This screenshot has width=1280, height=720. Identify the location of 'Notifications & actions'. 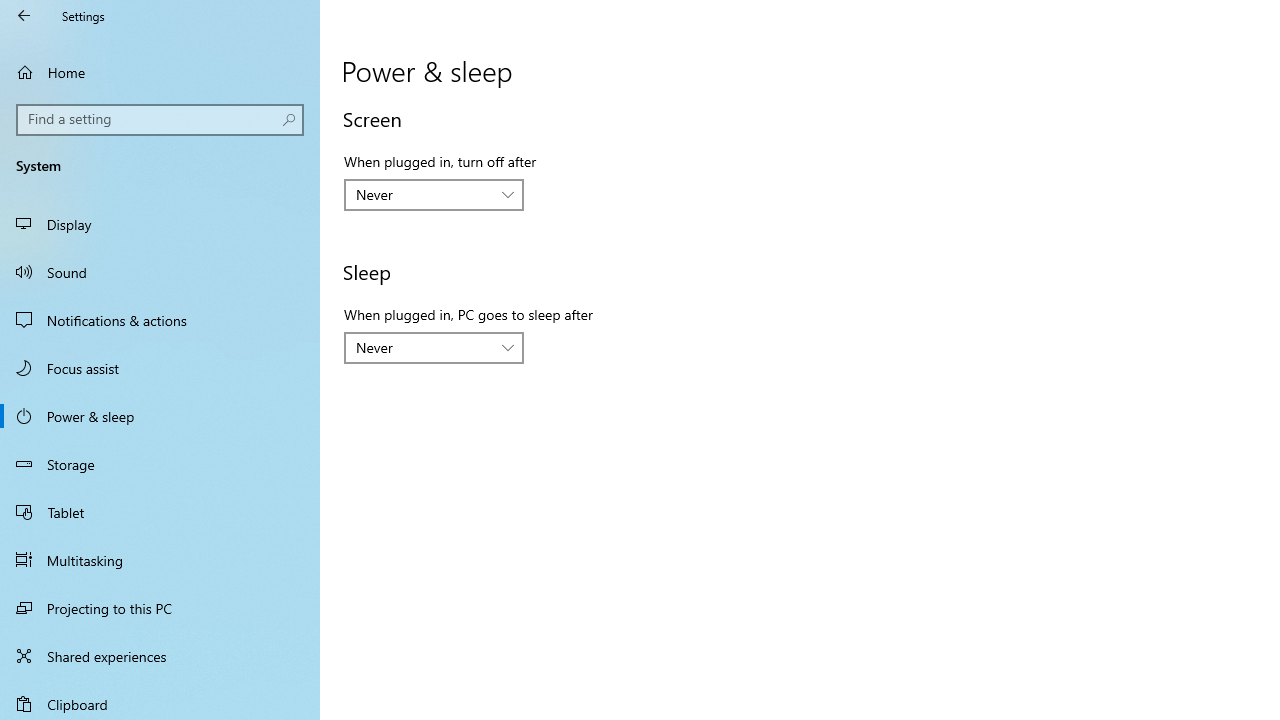
(160, 319).